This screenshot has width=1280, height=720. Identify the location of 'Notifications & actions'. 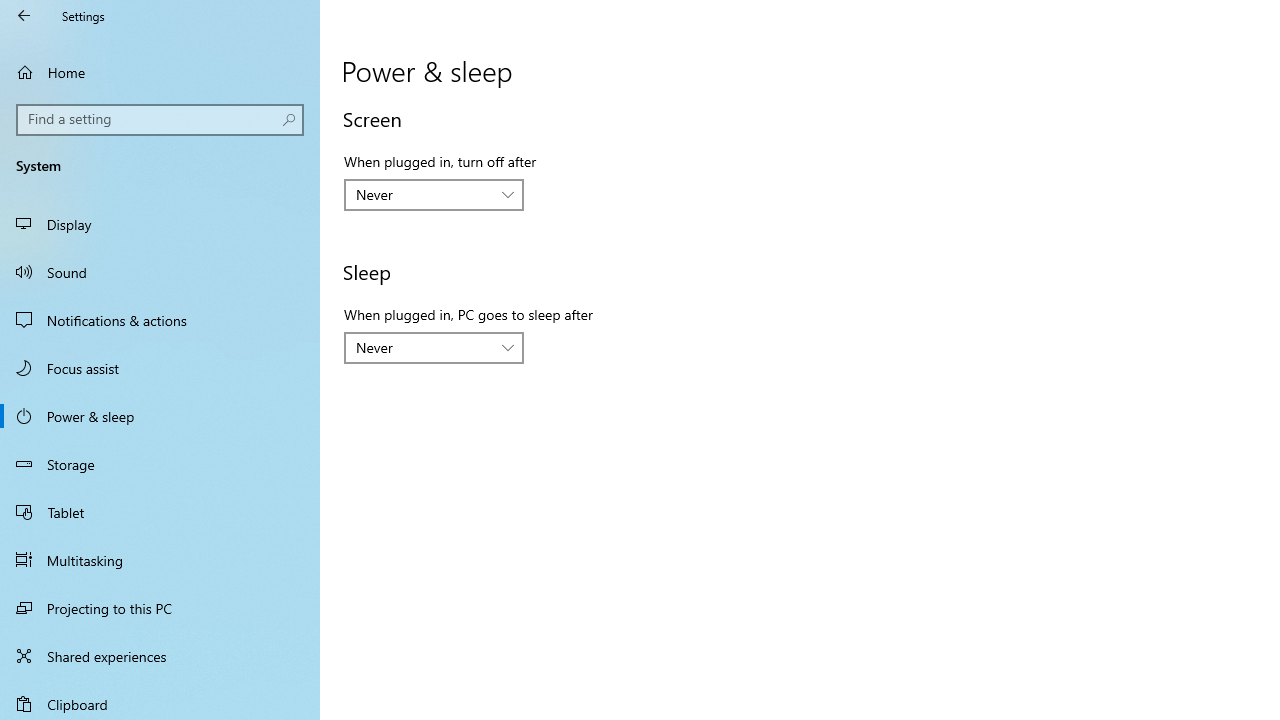
(160, 319).